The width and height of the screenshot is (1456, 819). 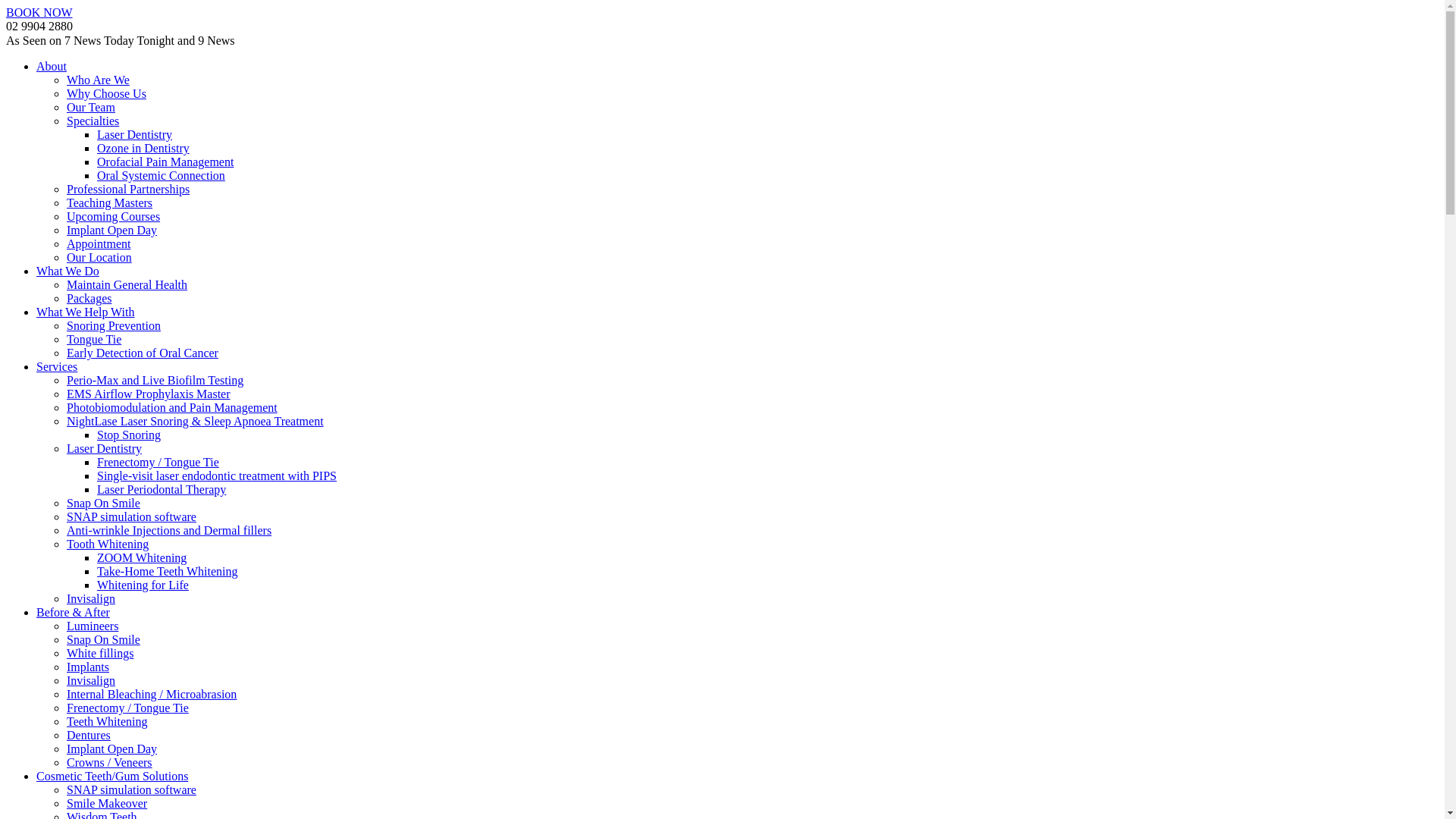 What do you see at coordinates (65, 106) in the screenshot?
I see `'Our Team'` at bounding box center [65, 106].